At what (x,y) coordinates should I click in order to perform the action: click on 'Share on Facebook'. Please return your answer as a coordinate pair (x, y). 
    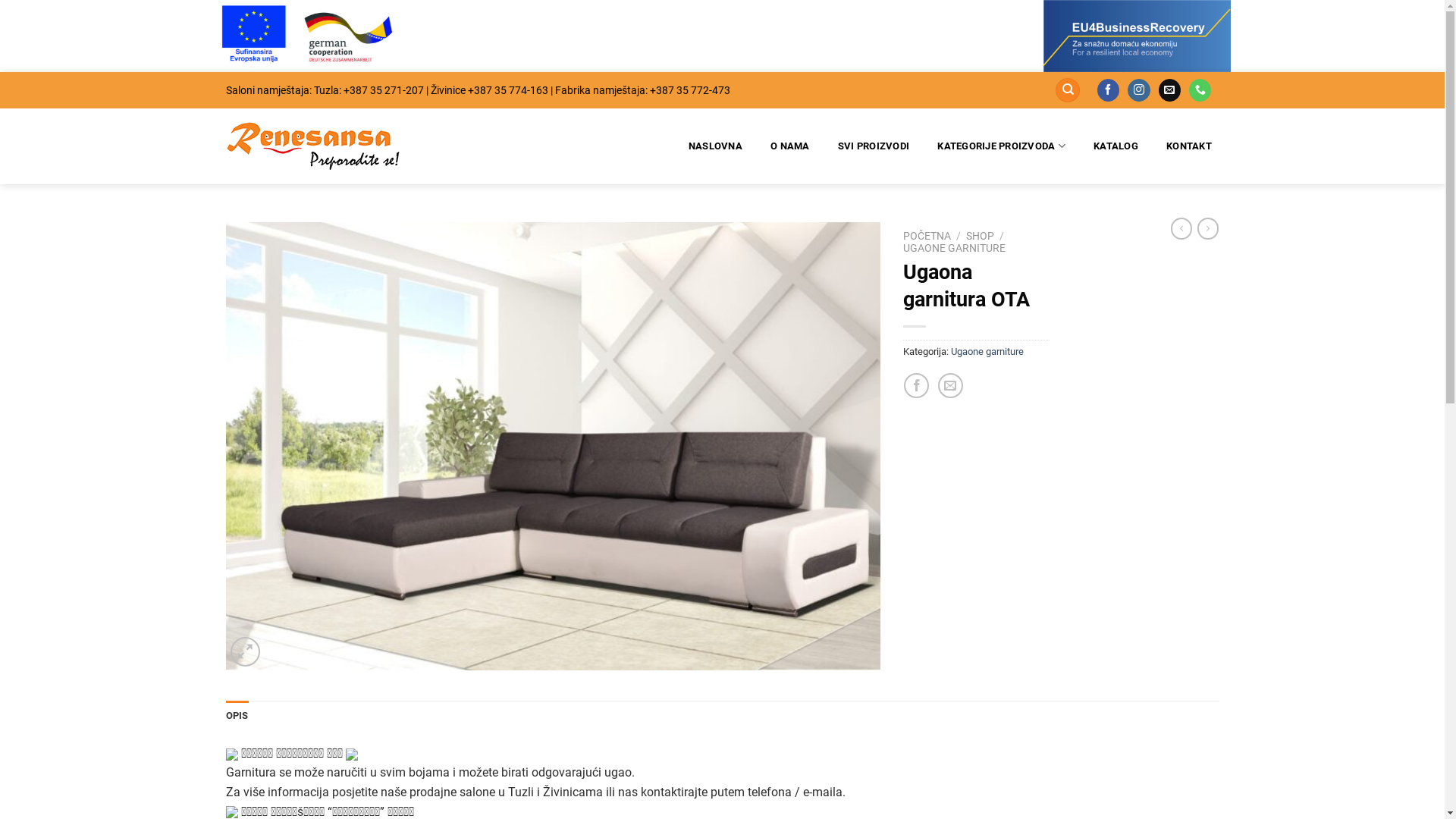
    Looking at the image, I should click on (903, 384).